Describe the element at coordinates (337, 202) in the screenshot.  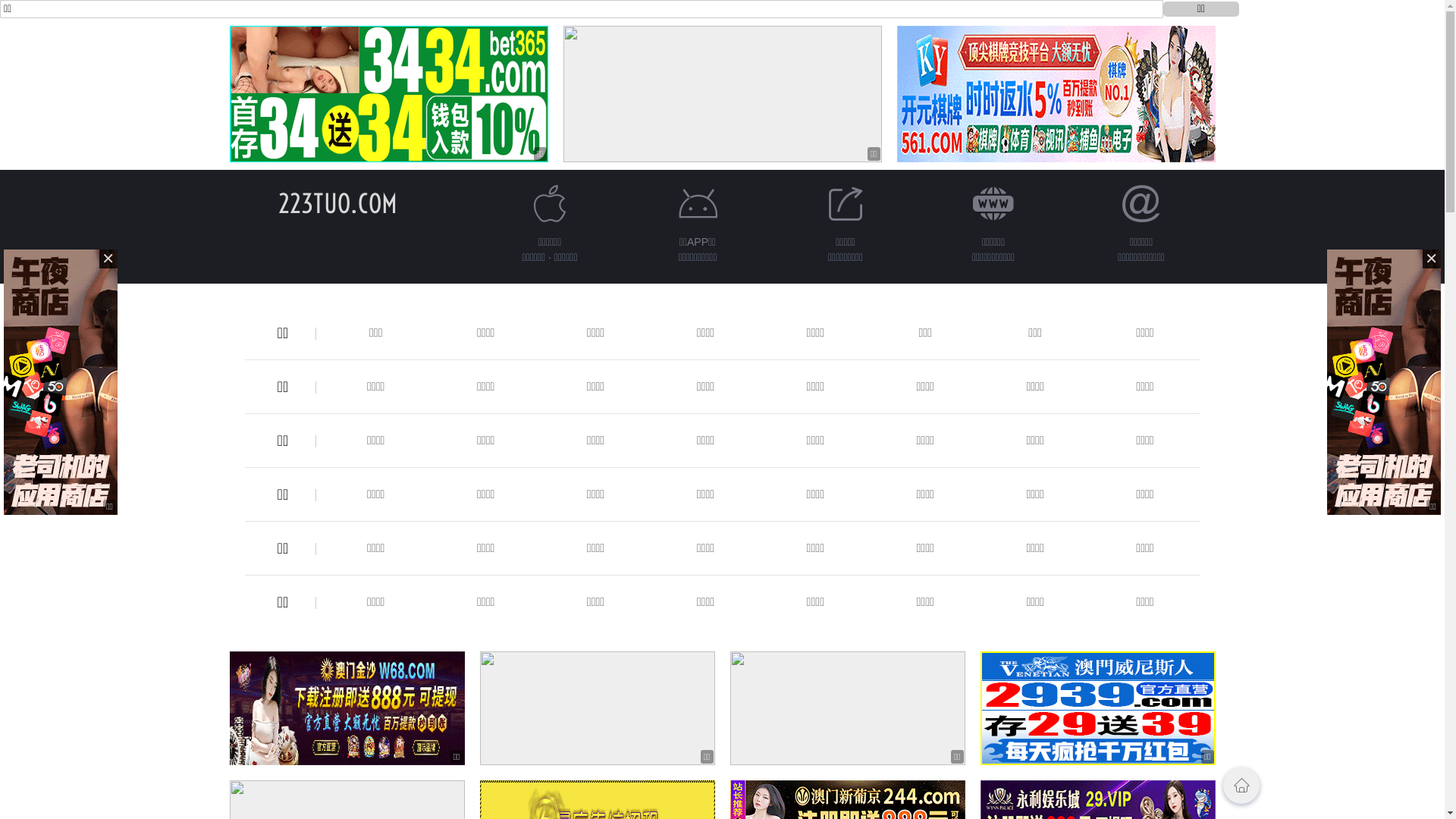
I see `'223TUO.COM'` at that location.